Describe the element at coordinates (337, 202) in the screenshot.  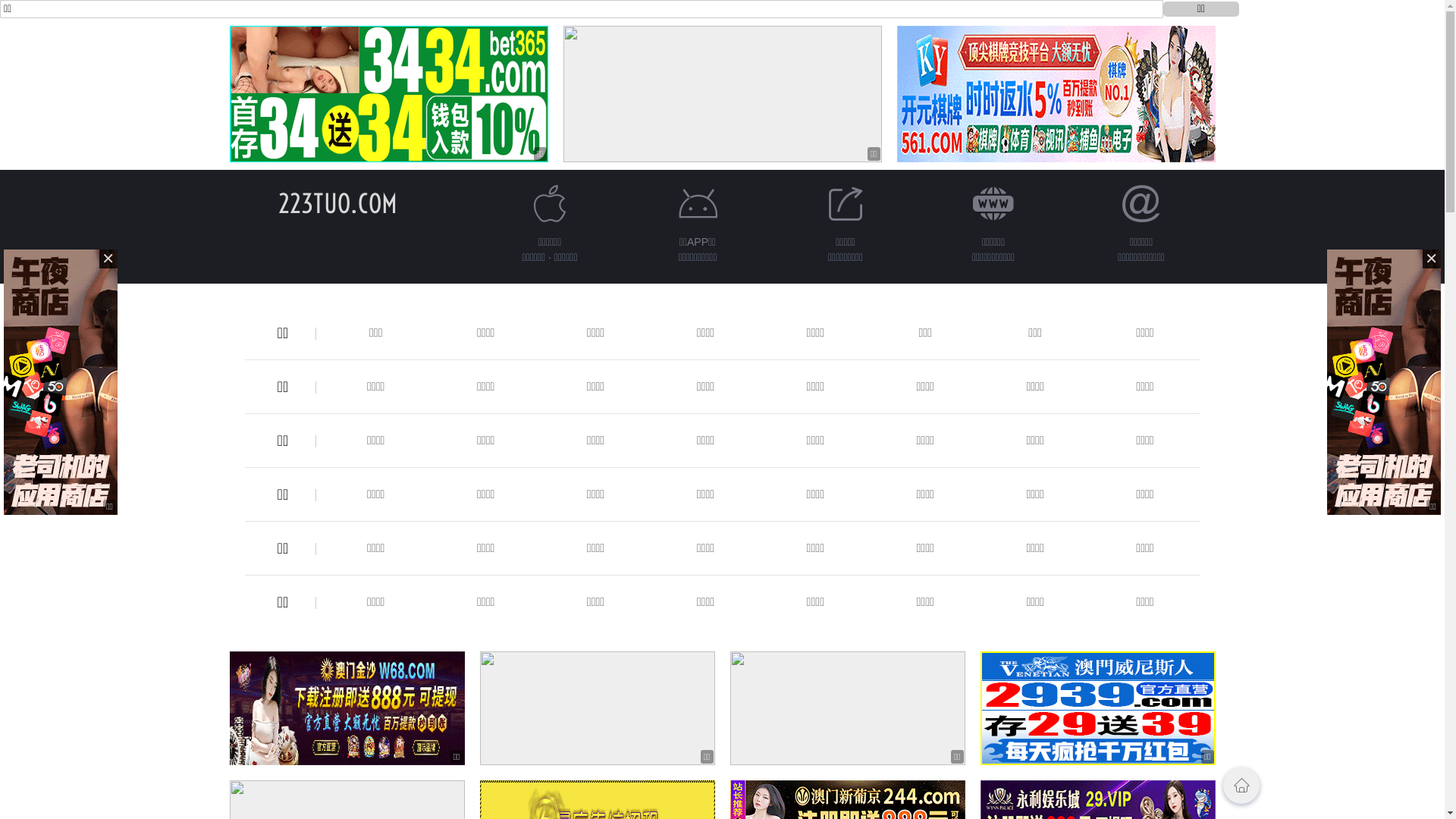
I see `'223TUO.COM'` at that location.